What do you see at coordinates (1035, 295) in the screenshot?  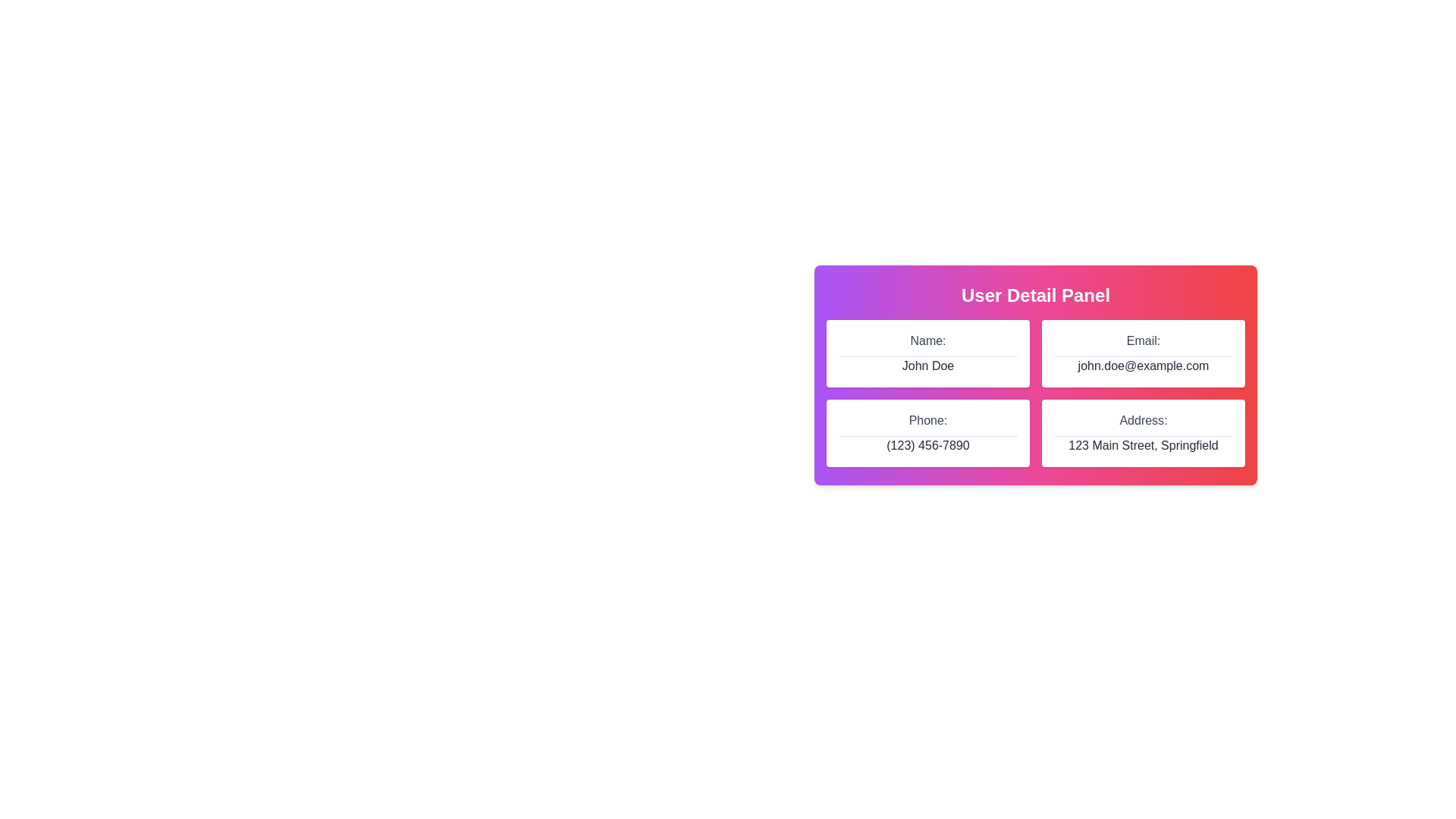 I see `the title text element located at the top center of the user detail section card, which provides information about the surrounding user details` at bounding box center [1035, 295].